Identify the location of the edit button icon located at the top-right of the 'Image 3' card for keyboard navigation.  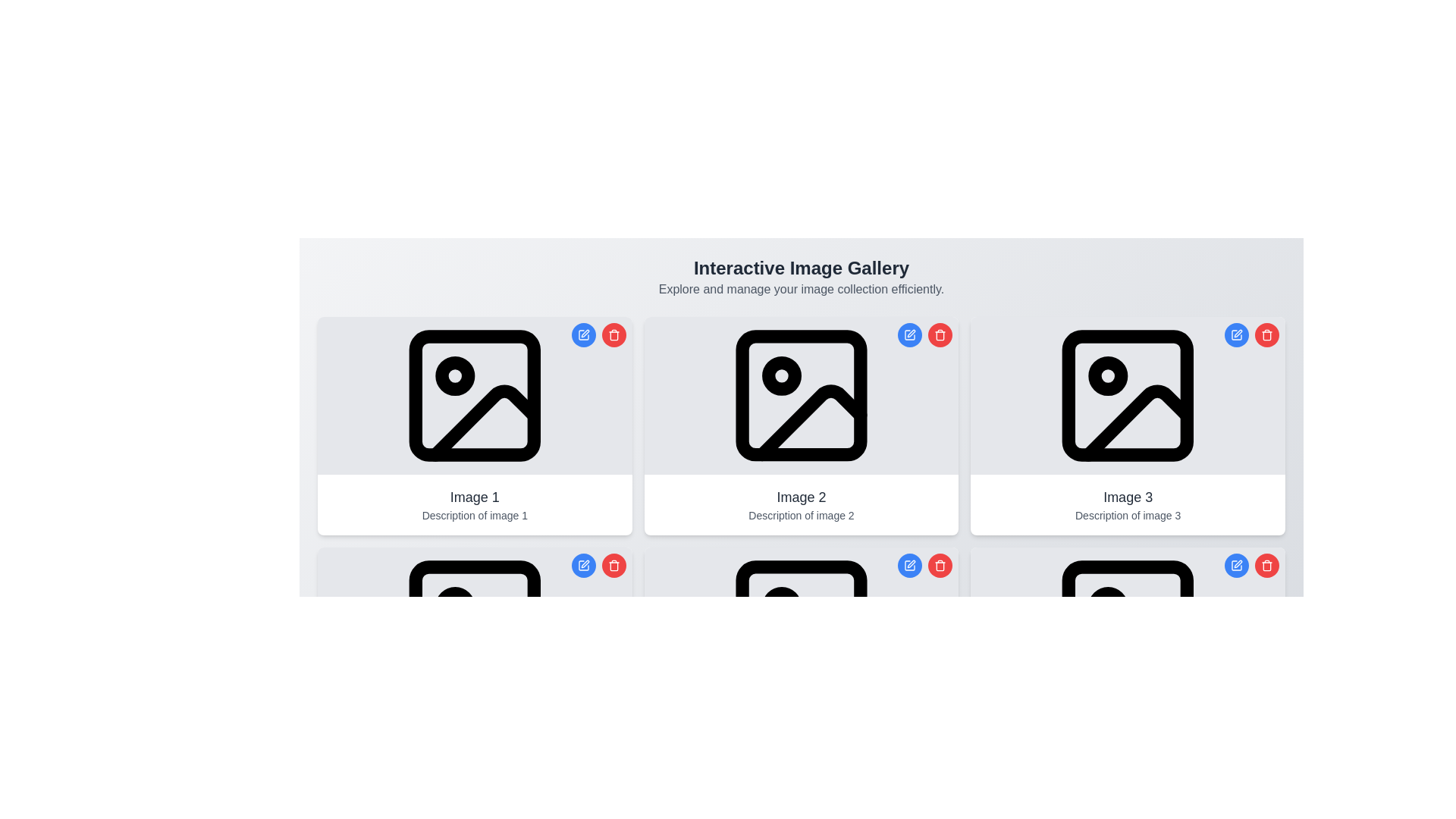
(1238, 564).